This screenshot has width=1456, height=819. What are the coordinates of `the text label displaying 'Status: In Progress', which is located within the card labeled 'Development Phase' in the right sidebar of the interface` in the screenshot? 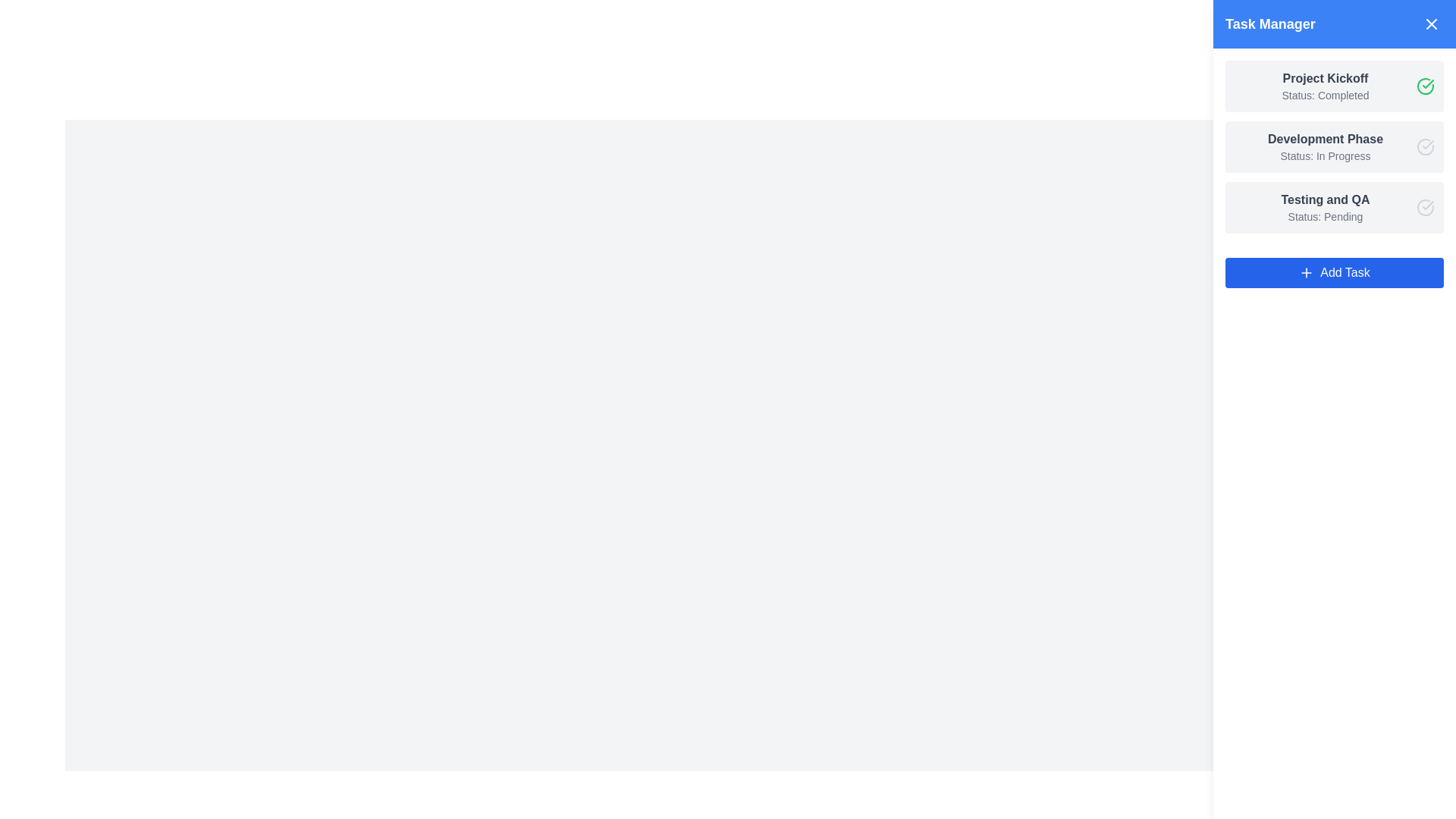 It's located at (1324, 155).